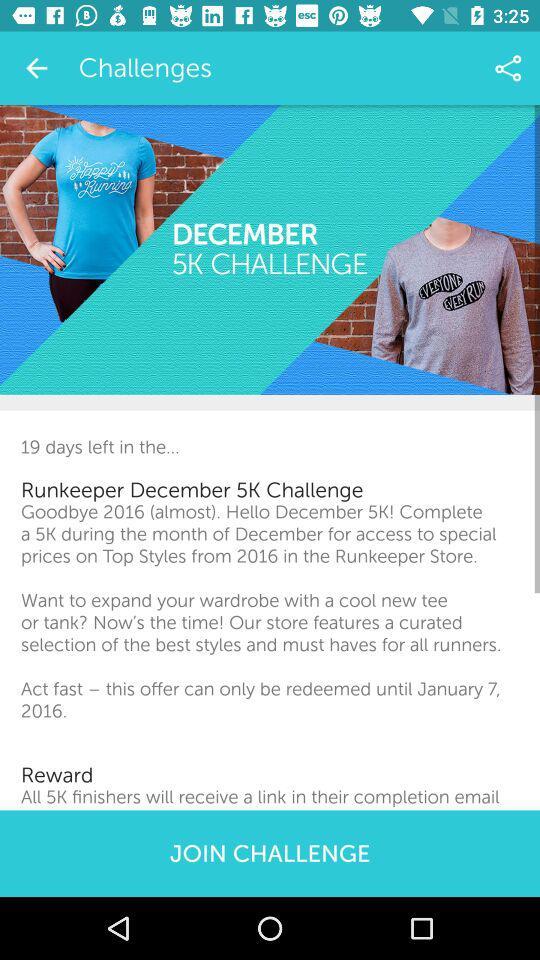 The image size is (540, 960). I want to click on icon next to challenges, so click(36, 68).